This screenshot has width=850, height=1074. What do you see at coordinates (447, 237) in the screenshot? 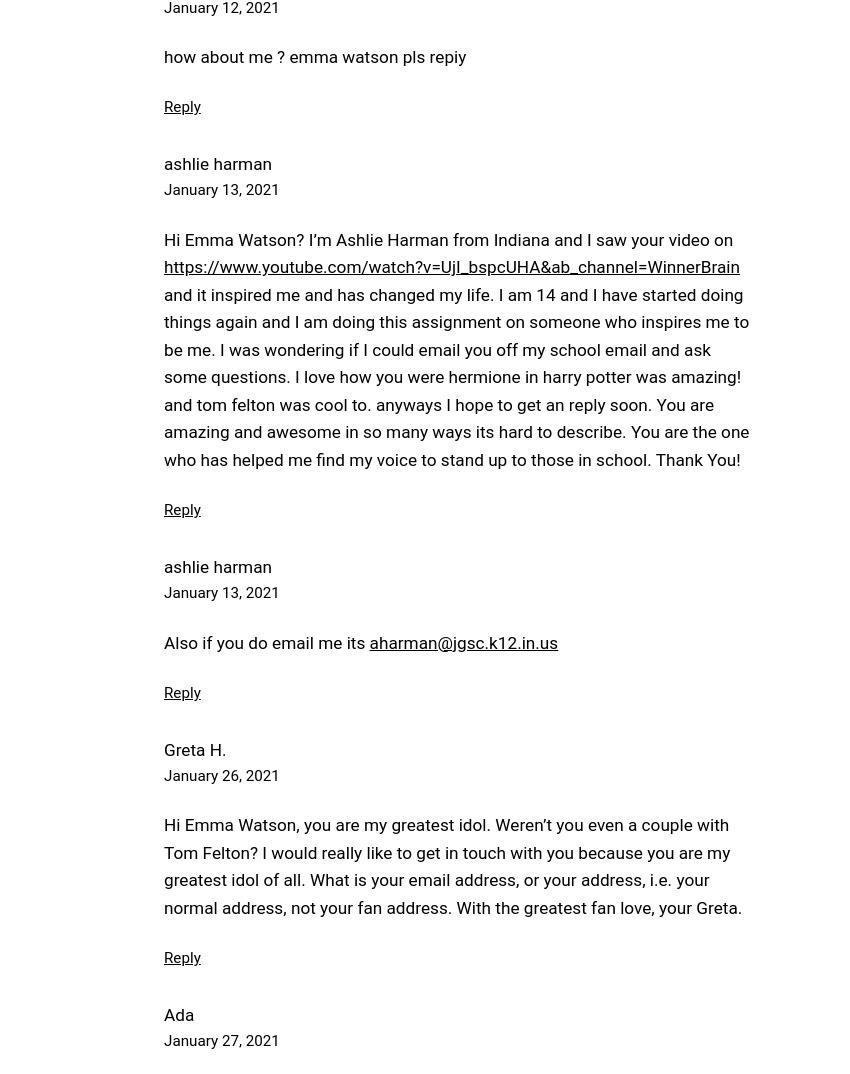
I see `'Hi Emma Watson? I’m Ashlie Harman from Indiana and I saw your video on'` at bounding box center [447, 237].